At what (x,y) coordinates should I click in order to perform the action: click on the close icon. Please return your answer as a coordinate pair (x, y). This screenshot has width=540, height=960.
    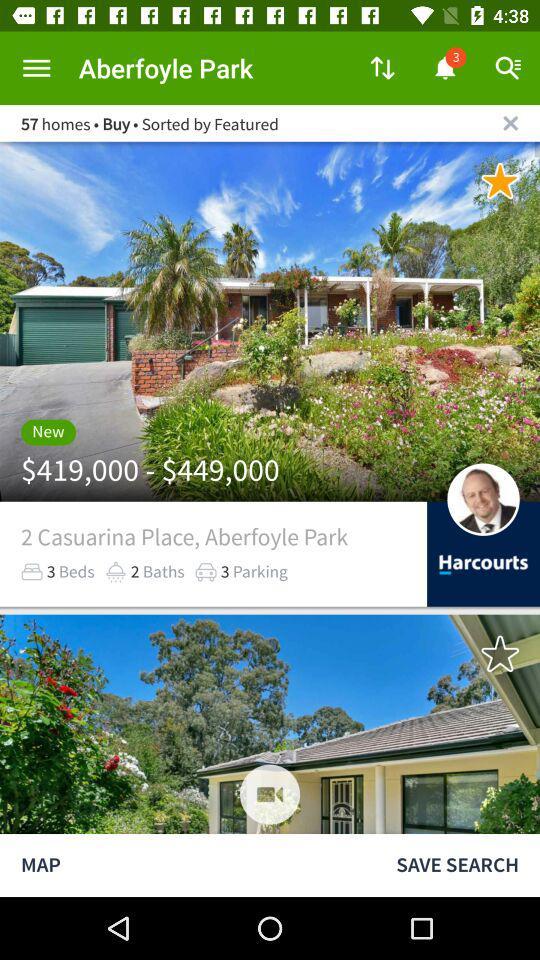
    Looking at the image, I should click on (510, 122).